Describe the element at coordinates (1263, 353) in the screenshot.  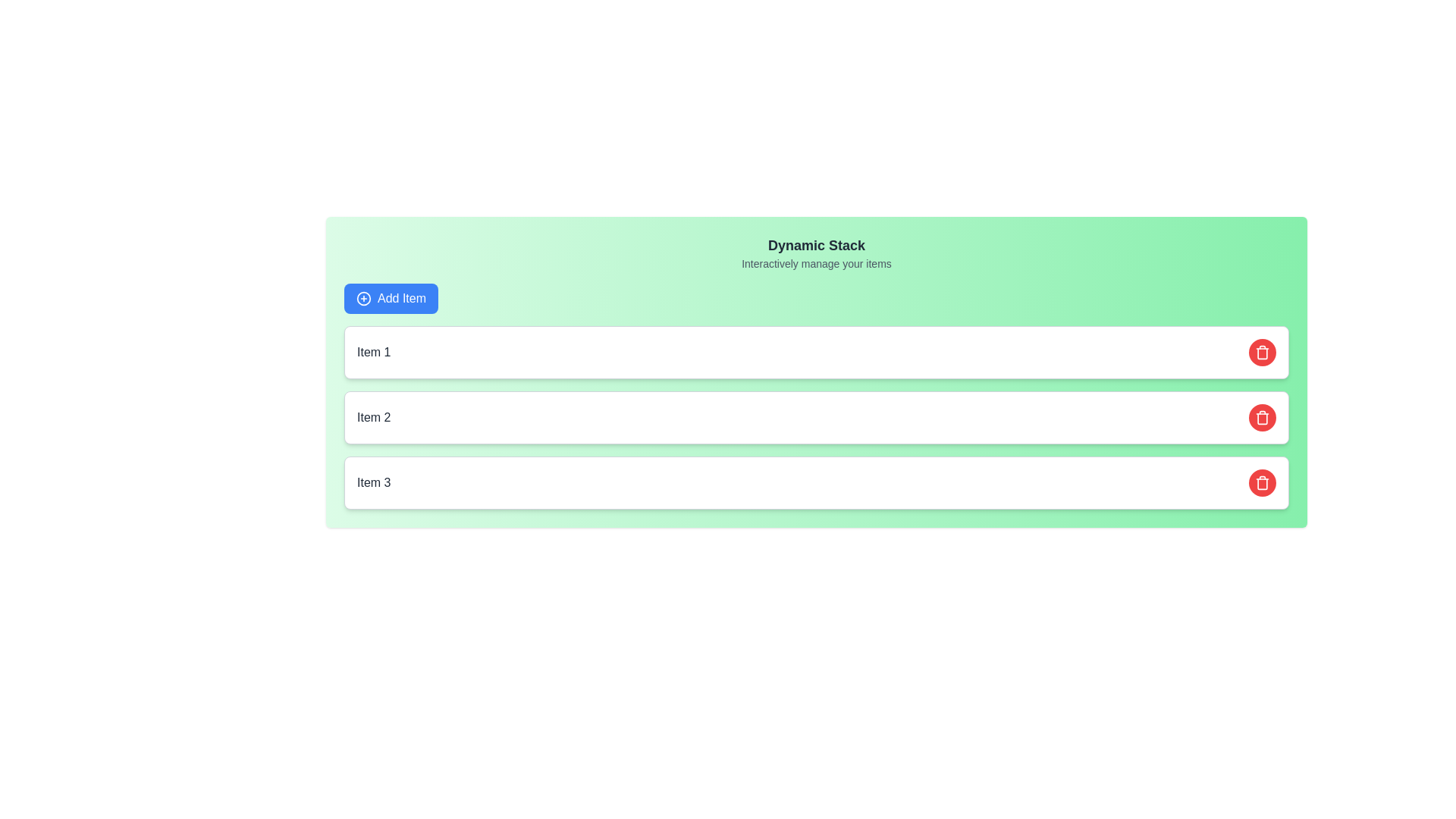
I see `the trash can icon button with a red circular background` at that location.